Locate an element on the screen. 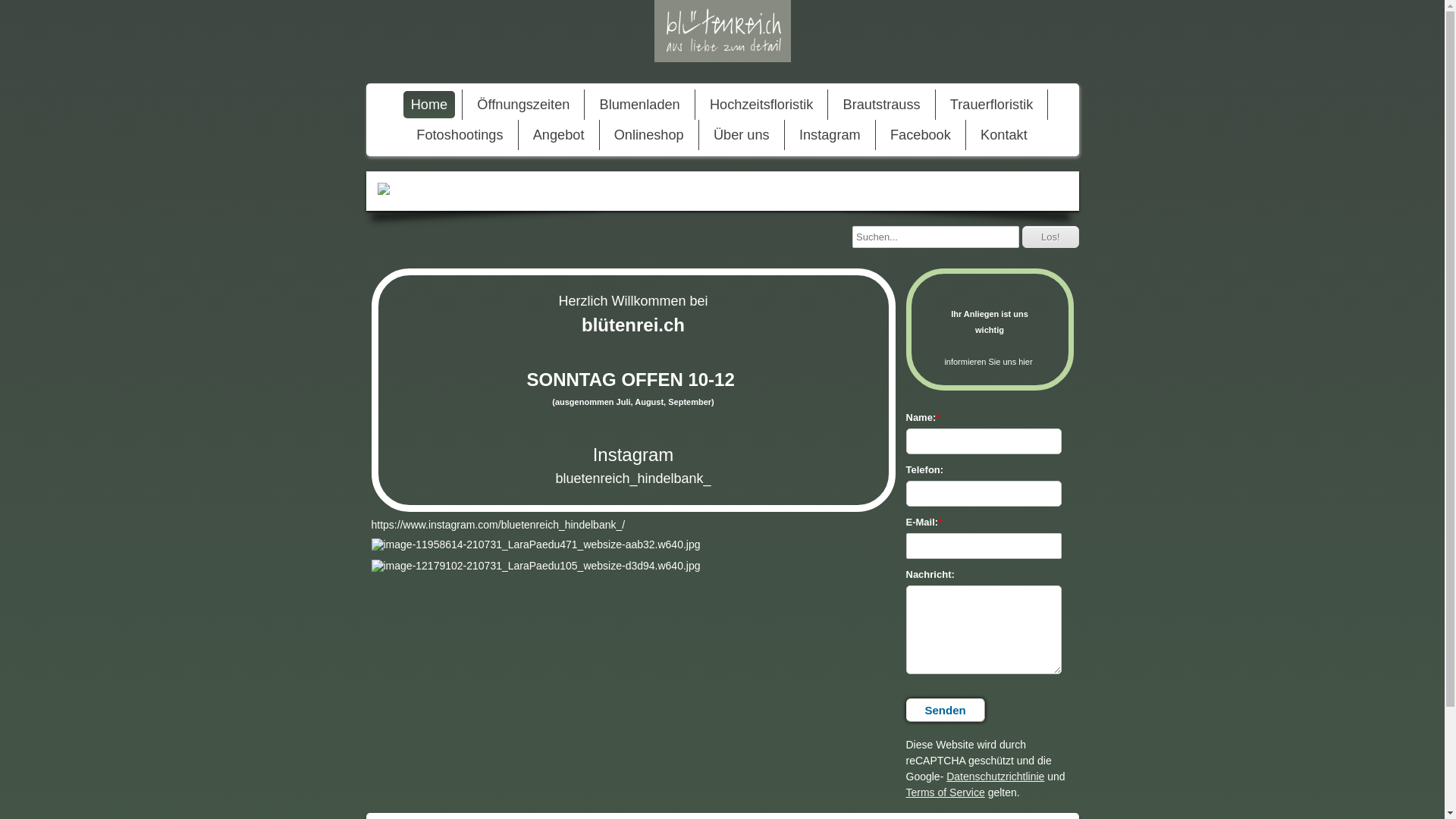 This screenshot has width=1456, height=819. 'Instagram' is located at coordinates (829, 133).